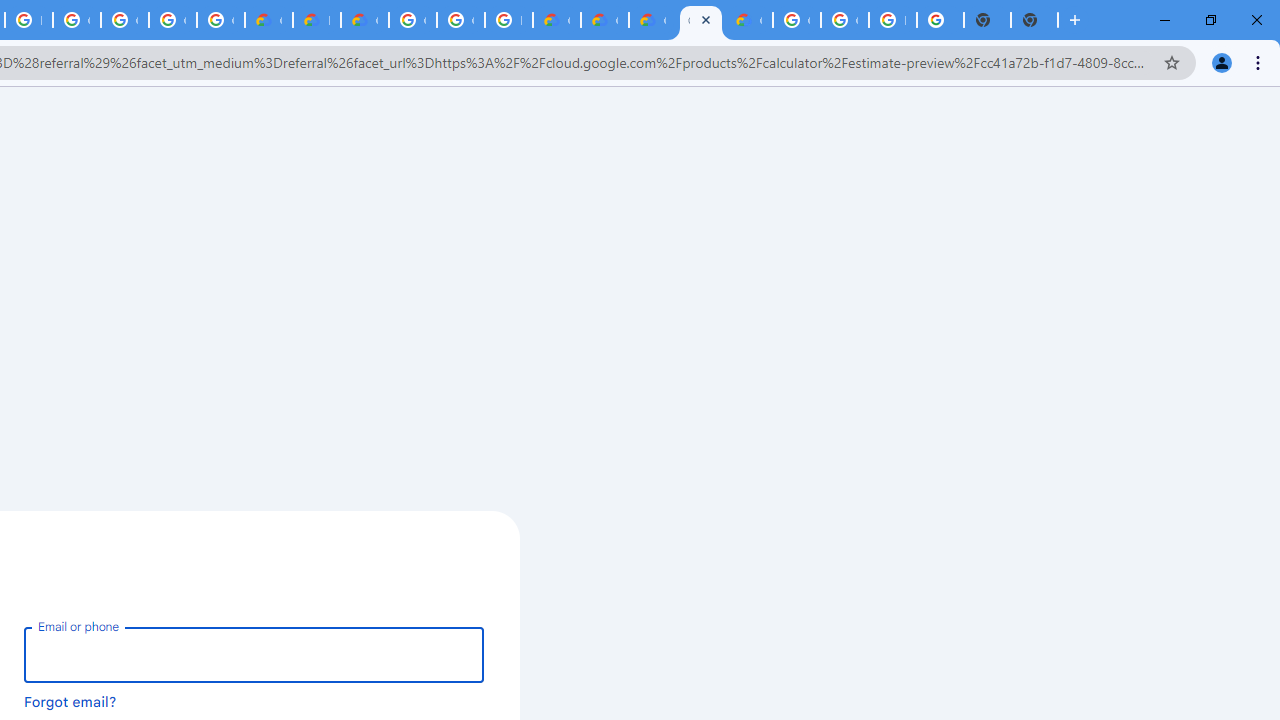 Image resolution: width=1280 pixels, height=720 pixels. I want to click on 'Gemini for Business and Developers | Google Cloud', so click(364, 20).